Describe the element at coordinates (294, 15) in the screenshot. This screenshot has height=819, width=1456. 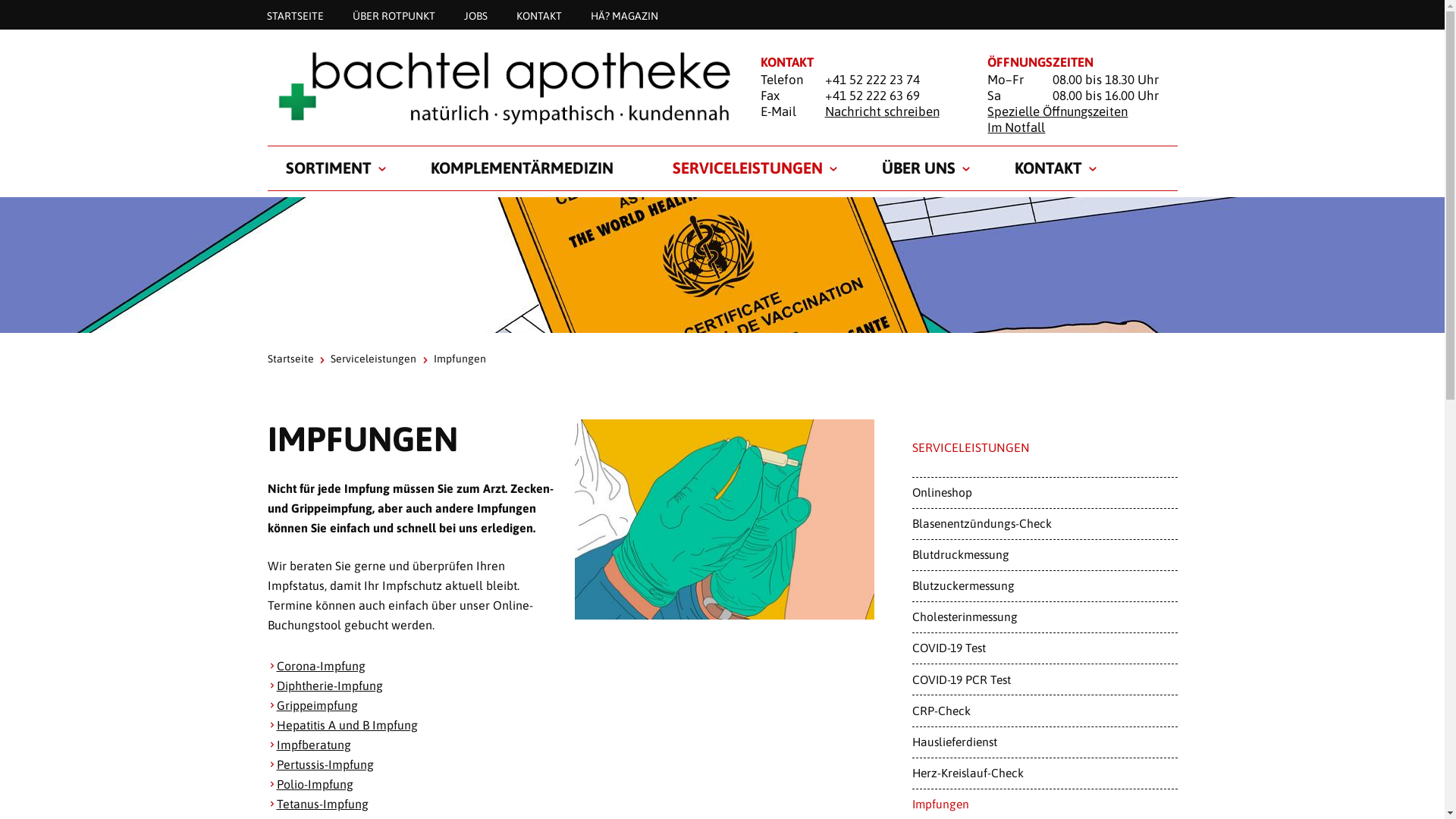
I see `'STARTSEITE'` at that location.